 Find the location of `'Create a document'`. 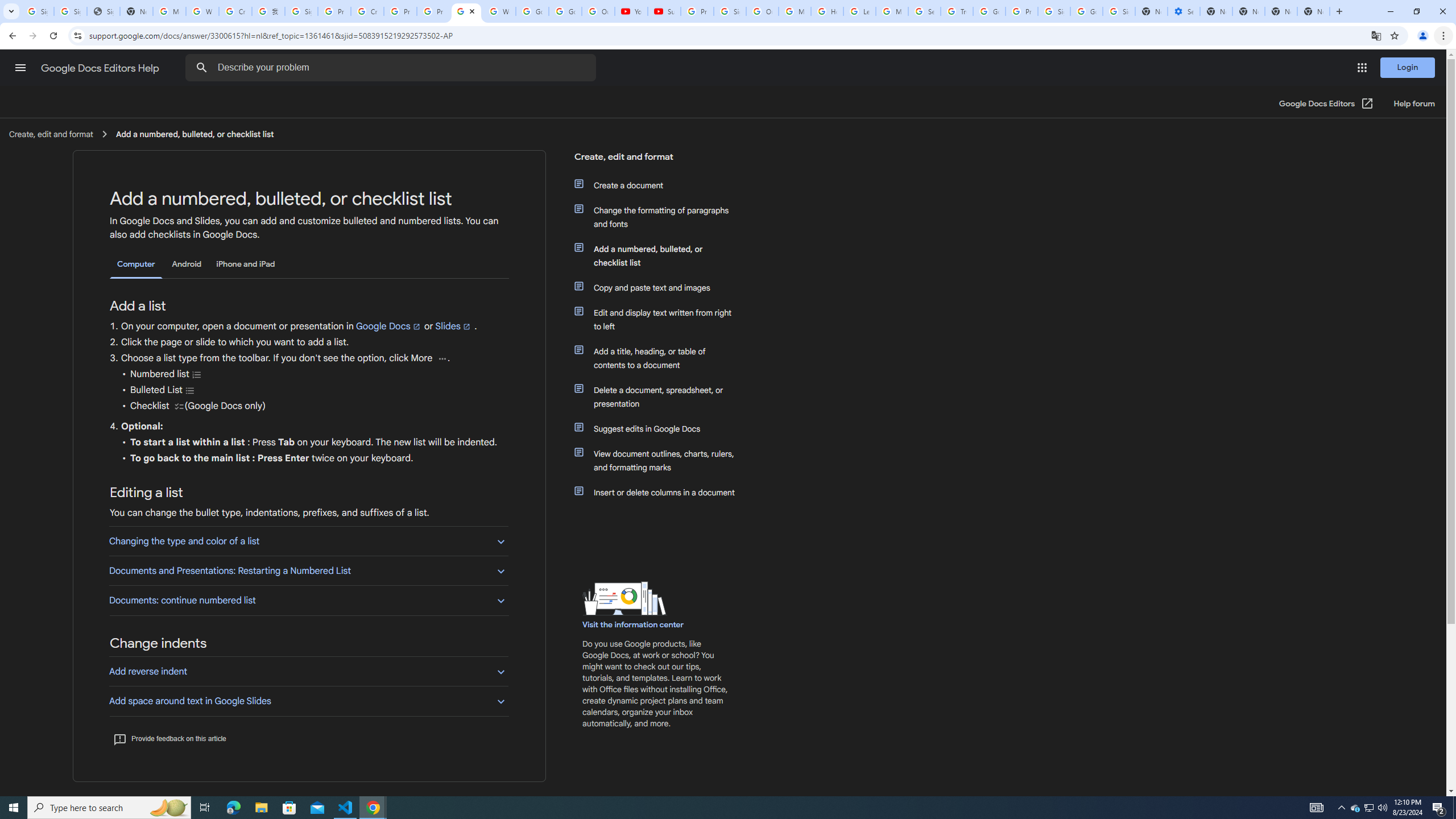

'Create a document' is located at coordinates (661, 185).